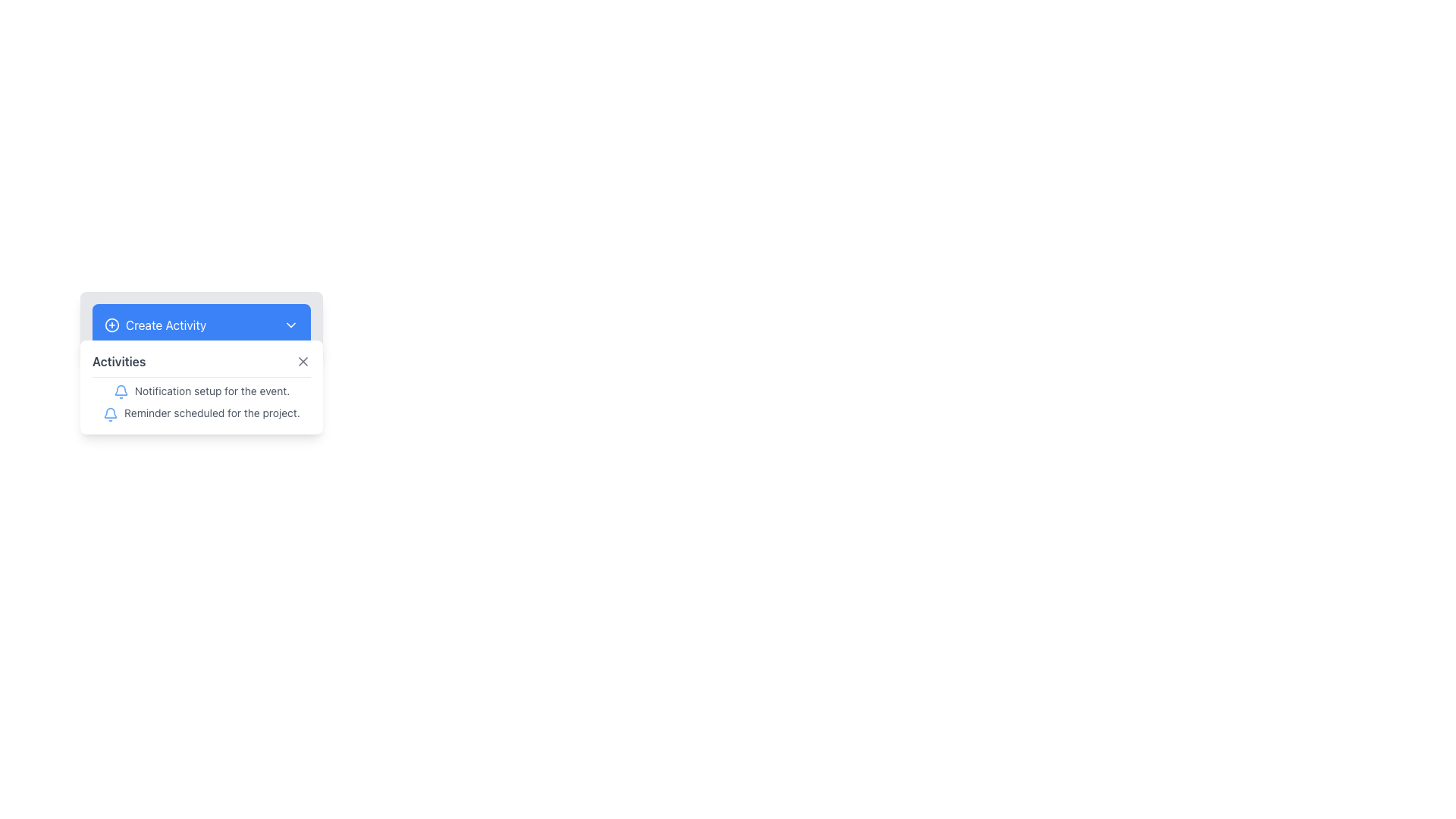  Describe the element at coordinates (291, 324) in the screenshot. I see `the right-rotated triangular chevron icon located within the blue 'Create Activity' button` at that location.